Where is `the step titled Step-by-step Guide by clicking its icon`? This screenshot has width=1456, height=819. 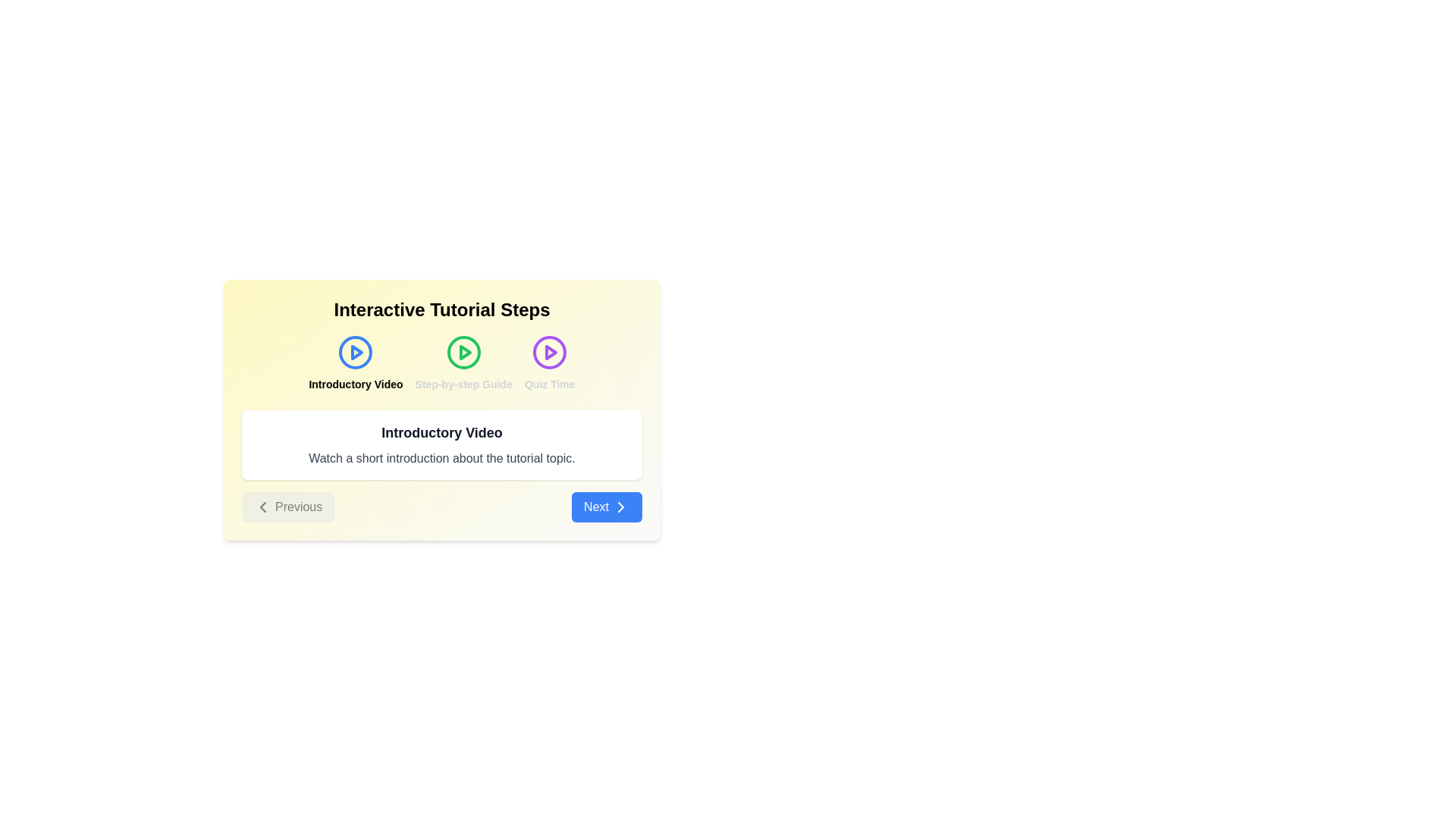 the step titled Step-by-step Guide by clicking its icon is located at coordinates (462, 362).